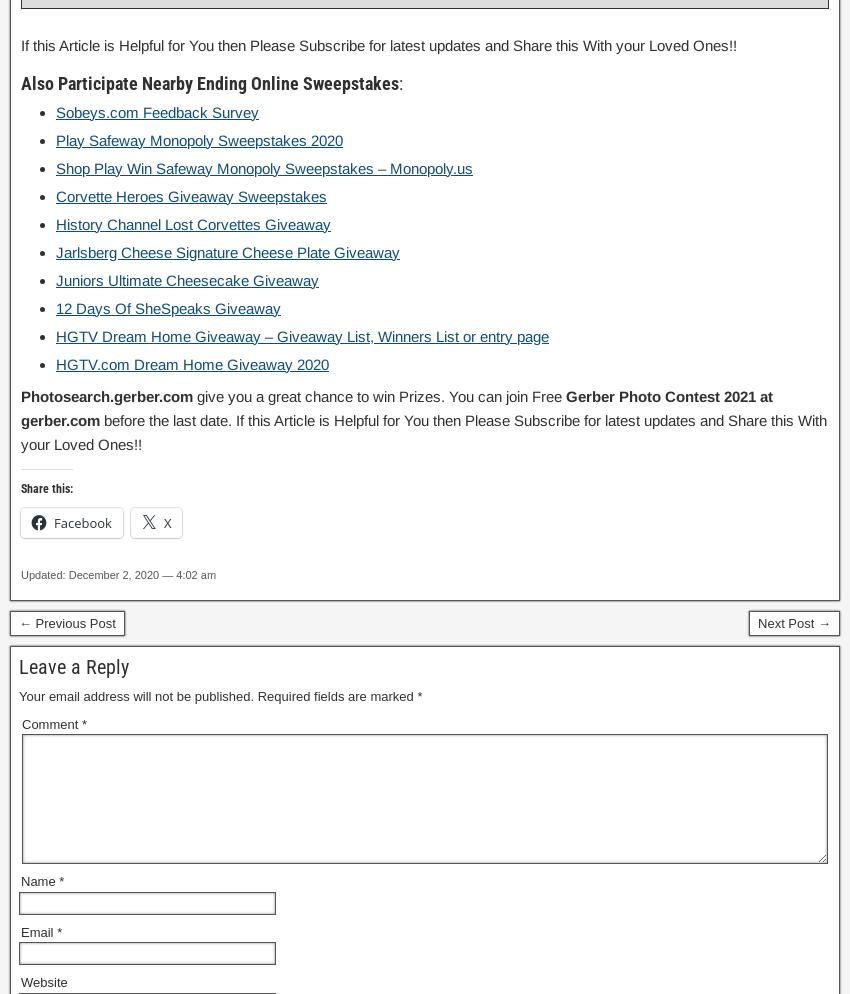 The width and height of the screenshot is (850, 994). Describe the element at coordinates (38, 931) in the screenshot. I see `'Email'` at that location.